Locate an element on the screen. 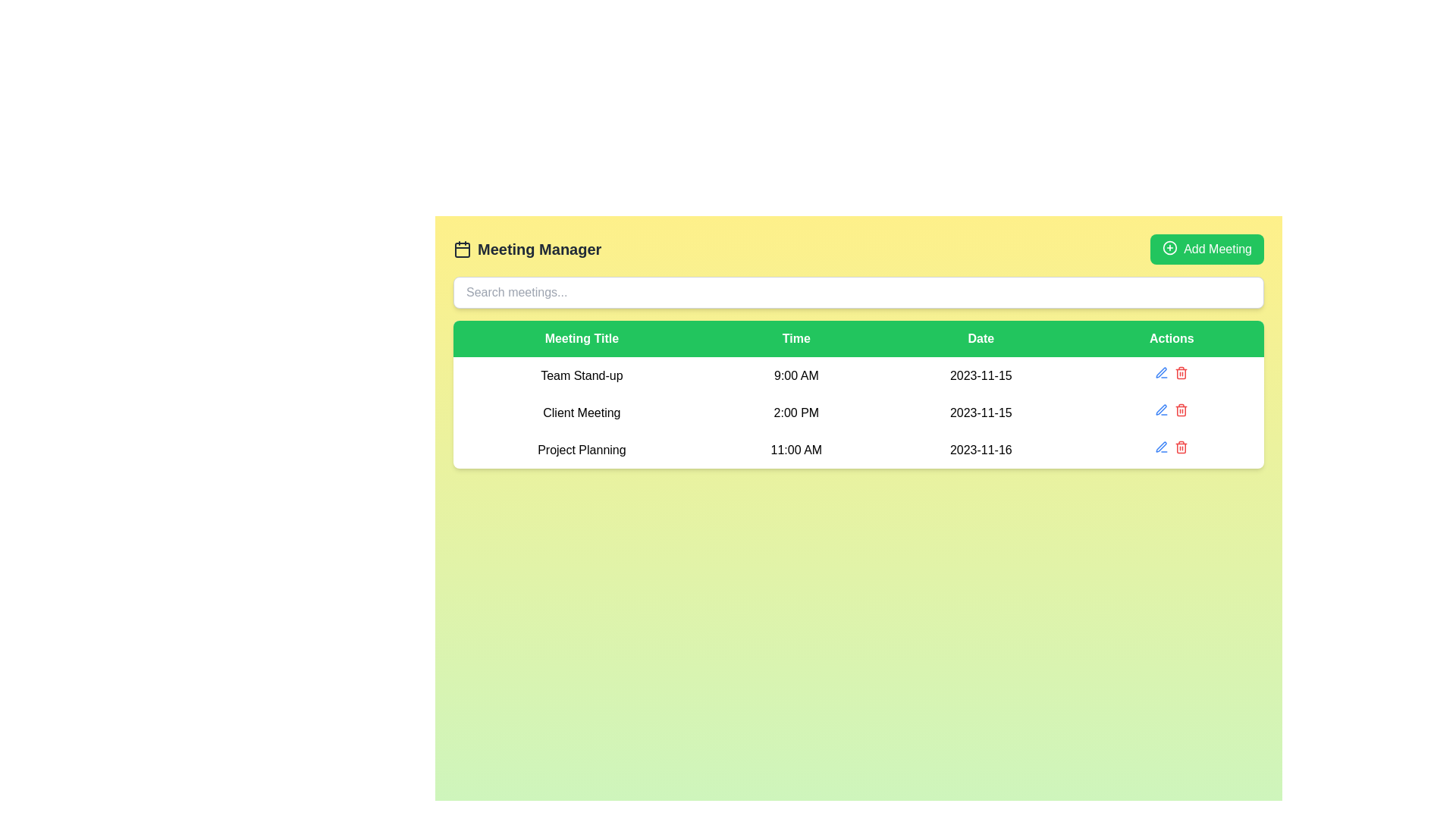 Image resolution: width=1456 pixels, height=819 pixels. the button located at the top-right corner of the main content area, aligned with the 'Meeting Manager' header, to observe visual feedback is located at coordinates (1207, 248).